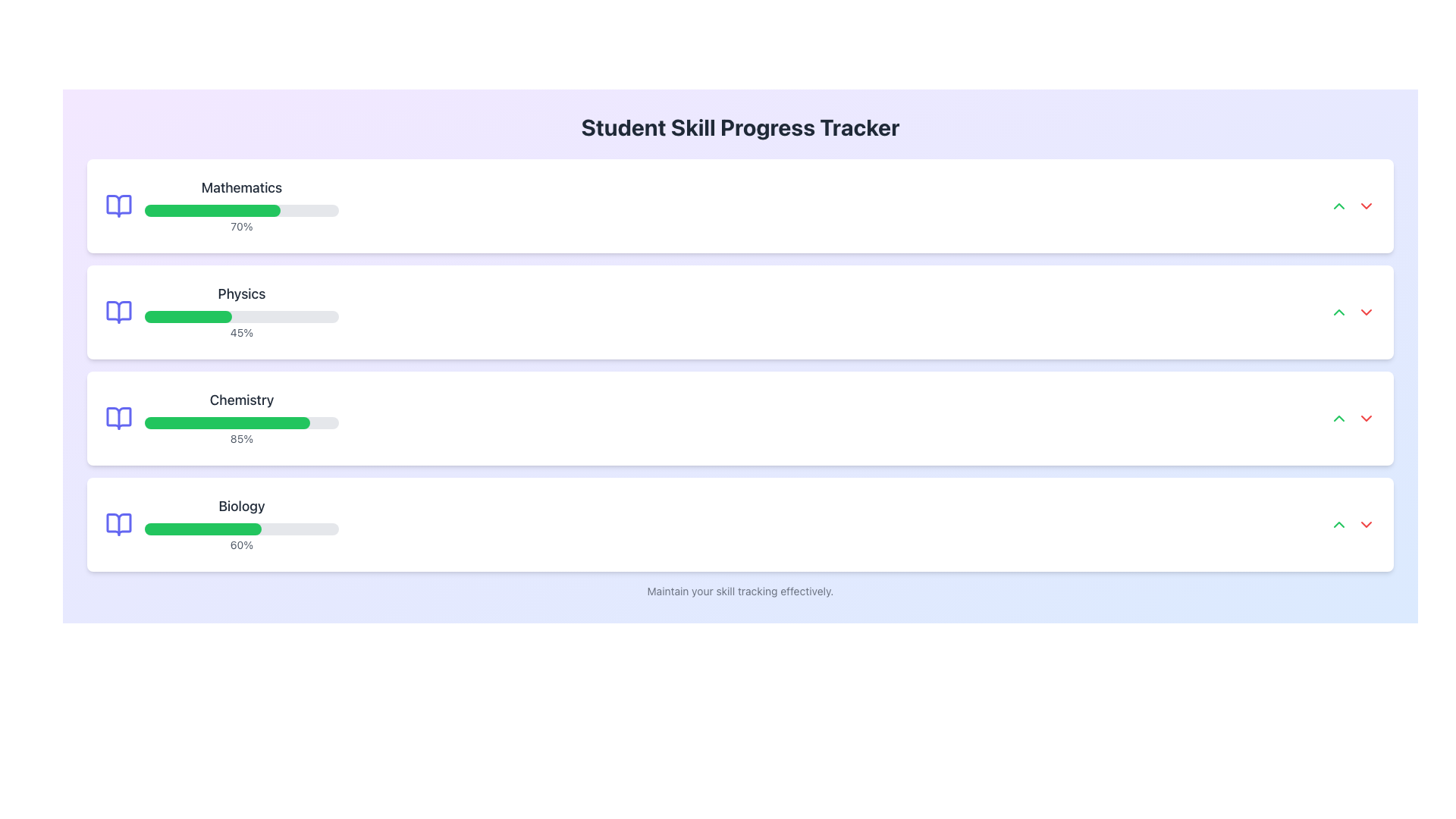 The width and height of the screenshot is (1456, 819). What do you see at coordinates (221, 418) in the screenshot?
I see `displayed information from the Progress Indicator, which is the third entry in a vertical list layout, positioned below Mathematics and Physics` at bounding box center [221, 418].